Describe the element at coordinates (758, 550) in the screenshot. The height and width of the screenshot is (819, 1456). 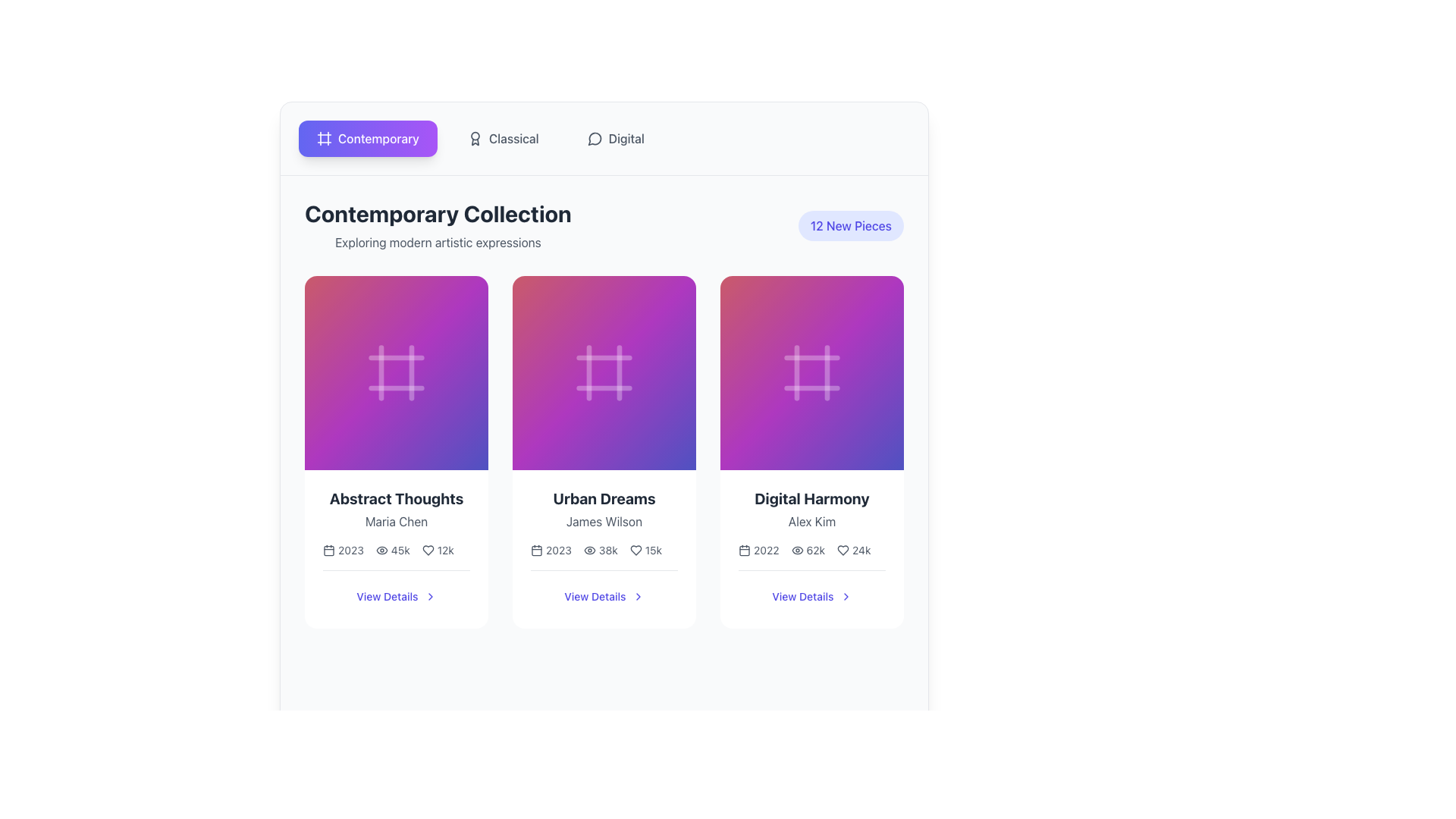
I see `the text '2022' accompanied by a calendar icon in the lower section of the third card labeled 'Digital Harmony' by 'Alex Kim'` at that location.